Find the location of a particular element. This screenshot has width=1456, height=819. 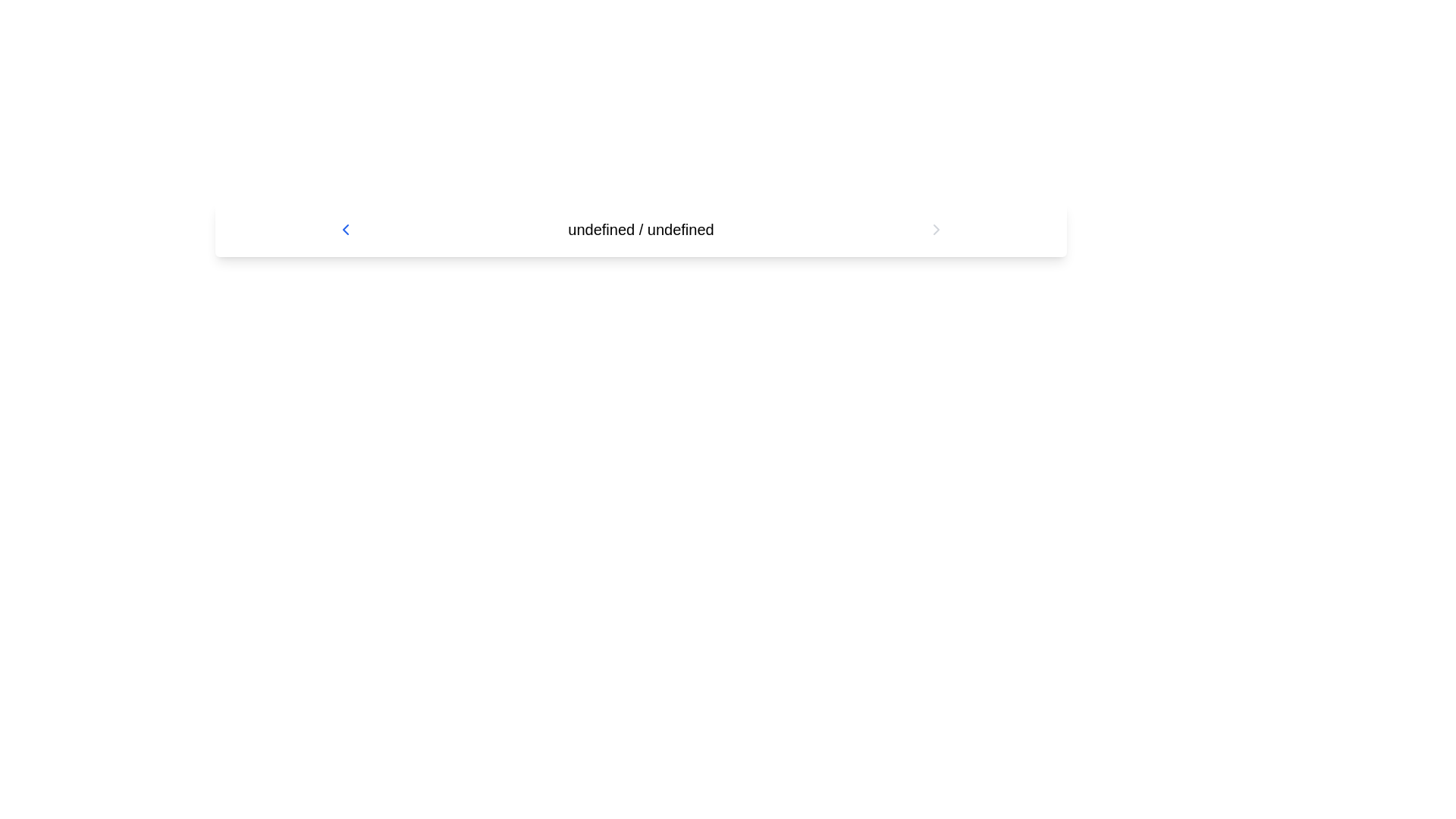

the left-pointing chevron icon within the 'Previous Page' navigation control is located at coordinates (345, 230).